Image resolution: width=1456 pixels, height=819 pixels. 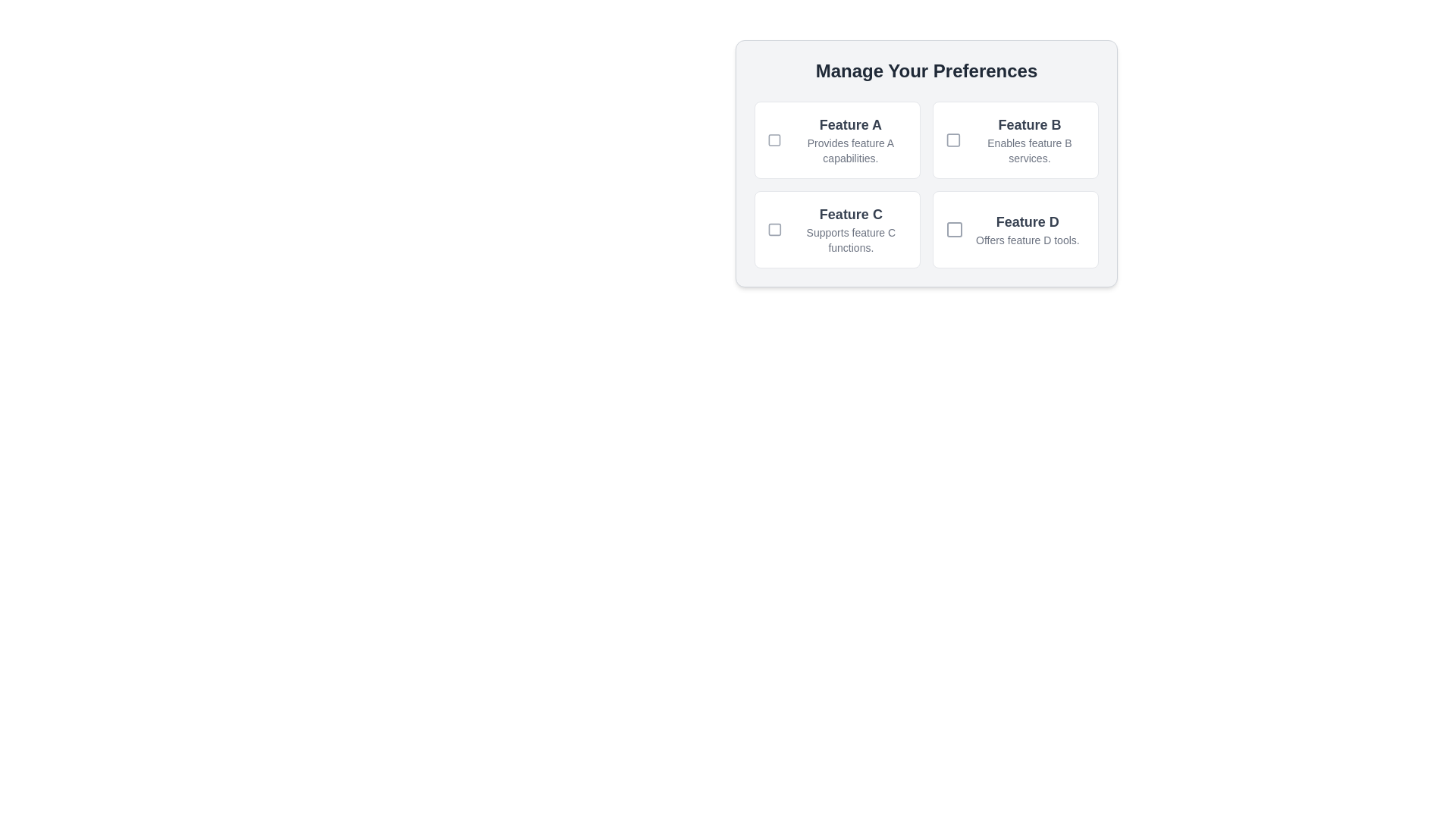 What do you see at coordinates (774, 140) in the screenshot?
I see `the Checkbox-like icon located on the left side of the 'Feature A' title text` at bounding box center [774, 140].